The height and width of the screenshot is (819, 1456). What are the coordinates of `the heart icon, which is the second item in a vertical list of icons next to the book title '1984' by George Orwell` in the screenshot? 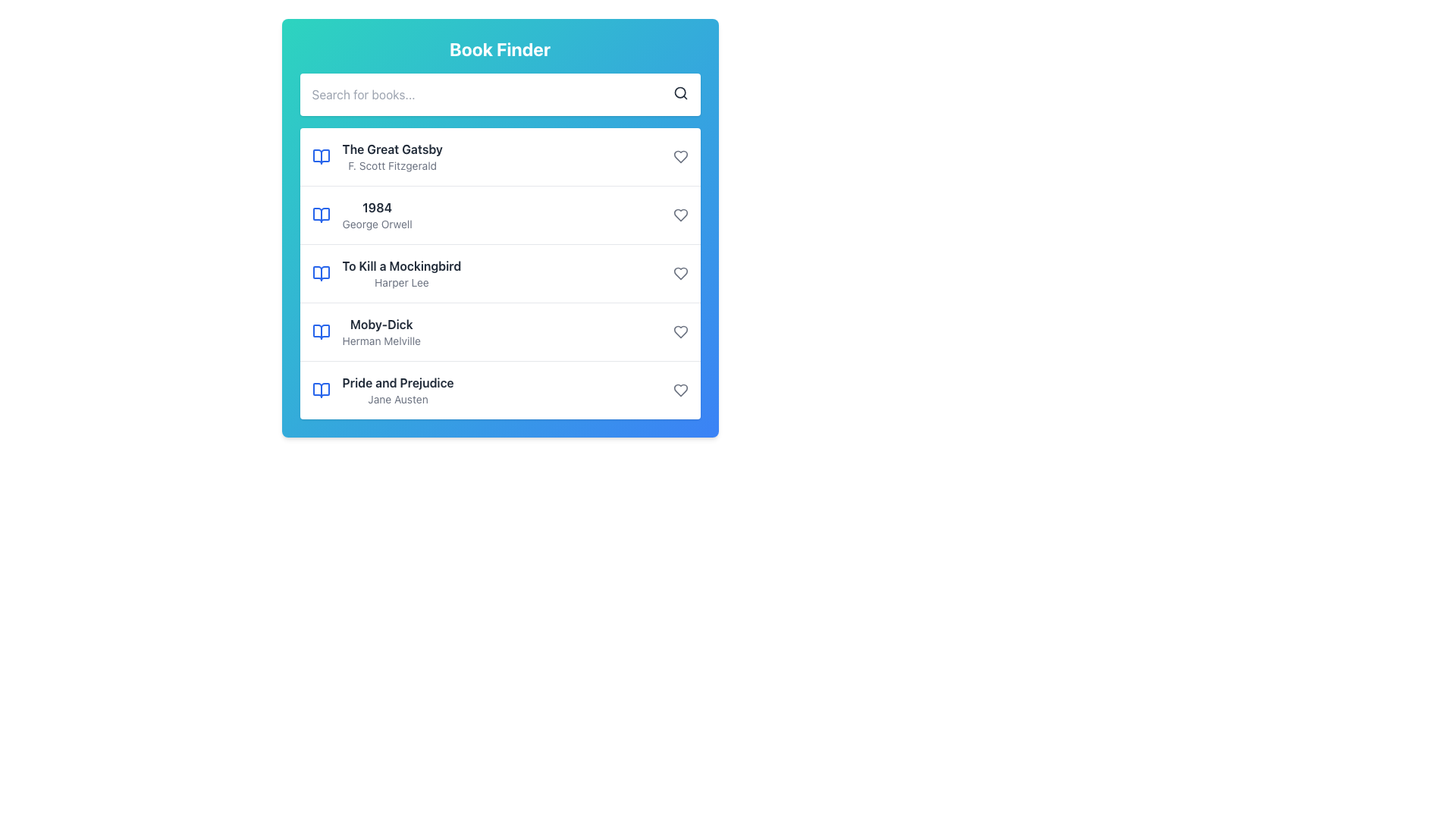 It's located at (679, 215).